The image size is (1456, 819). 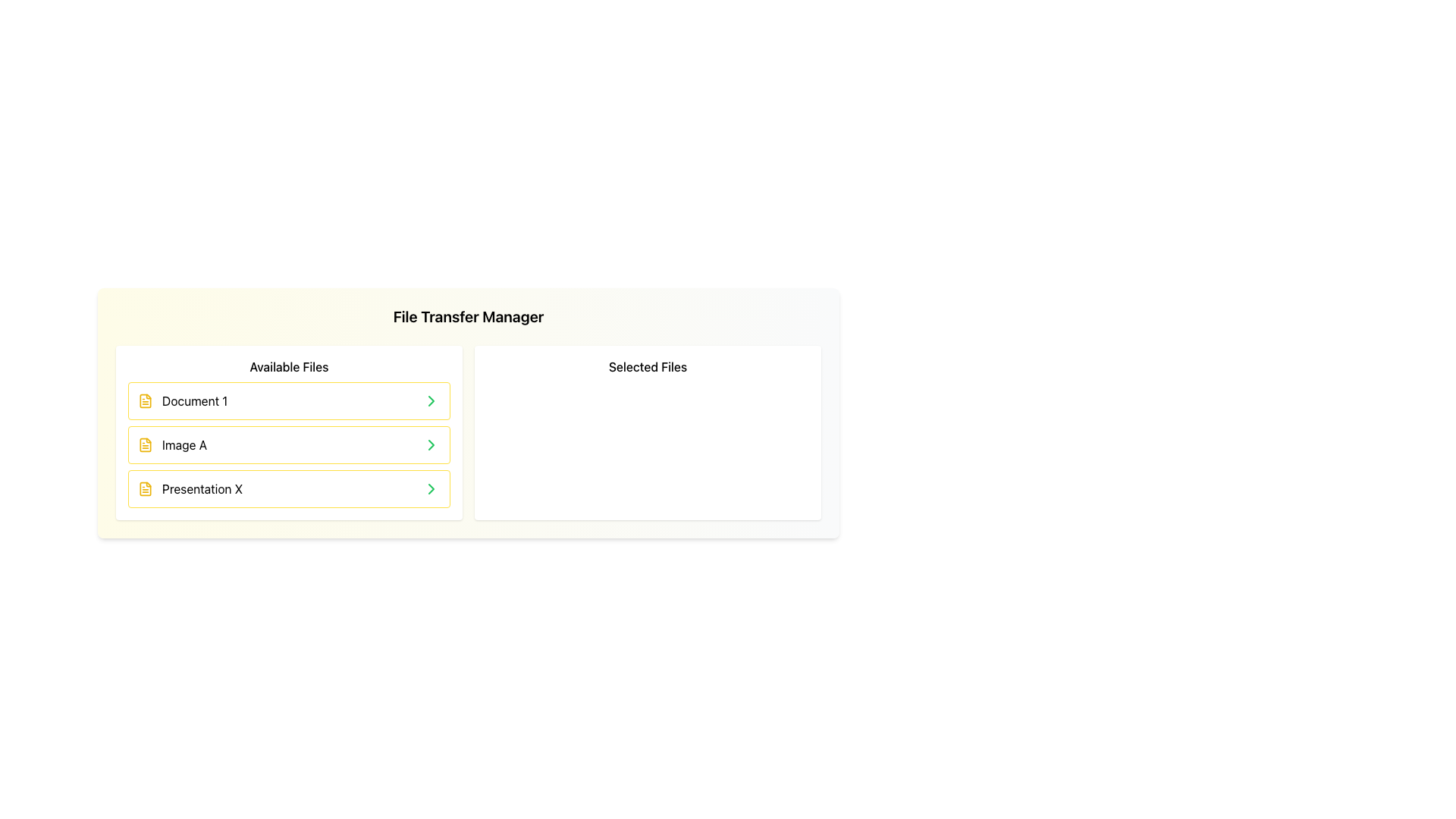 What do you see at coordinates (289, 444) in the screenshot?
I see `the second item in the 'Available Files' list, which relates to 'Image A'` at bounding box center [289, 444].